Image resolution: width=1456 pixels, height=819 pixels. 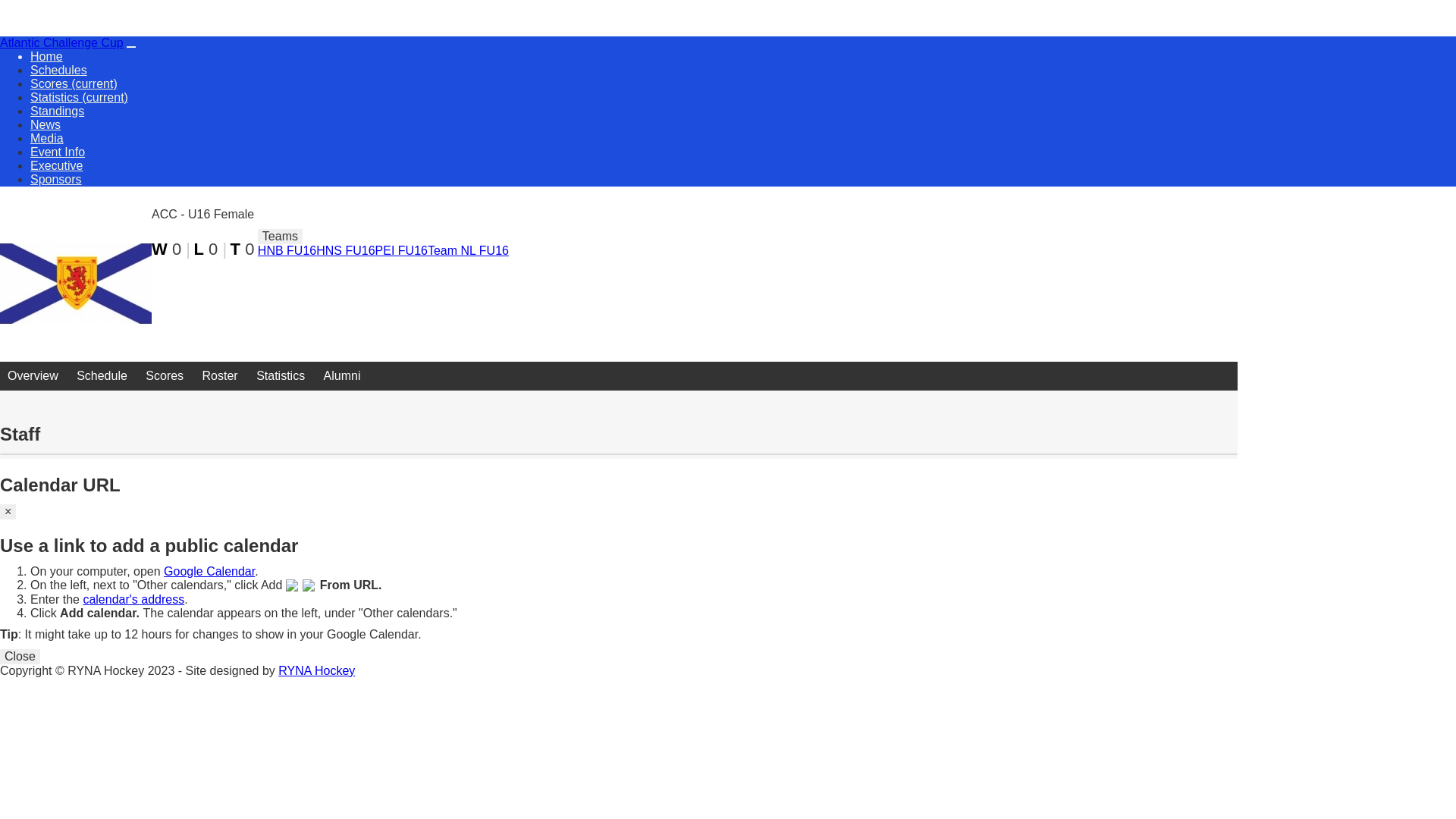 What do you see at coordinates (45, 124) in the screenshot?
I see `'News'` at bounding box center [45, 124].